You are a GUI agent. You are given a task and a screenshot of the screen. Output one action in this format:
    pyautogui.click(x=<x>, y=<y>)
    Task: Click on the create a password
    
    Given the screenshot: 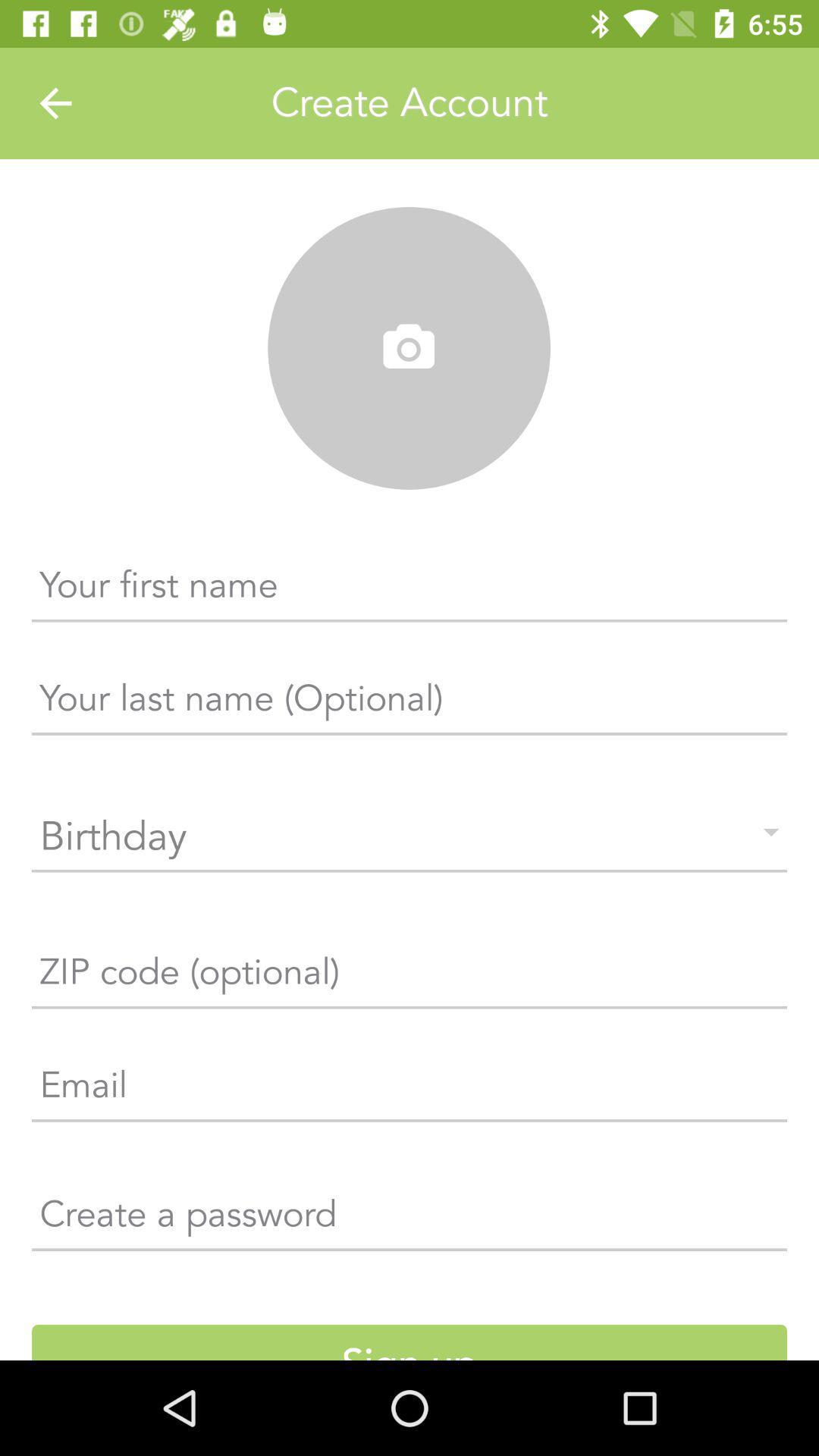 What is the action you would take?
    pyautogui.click(x=409, y=1219)
    